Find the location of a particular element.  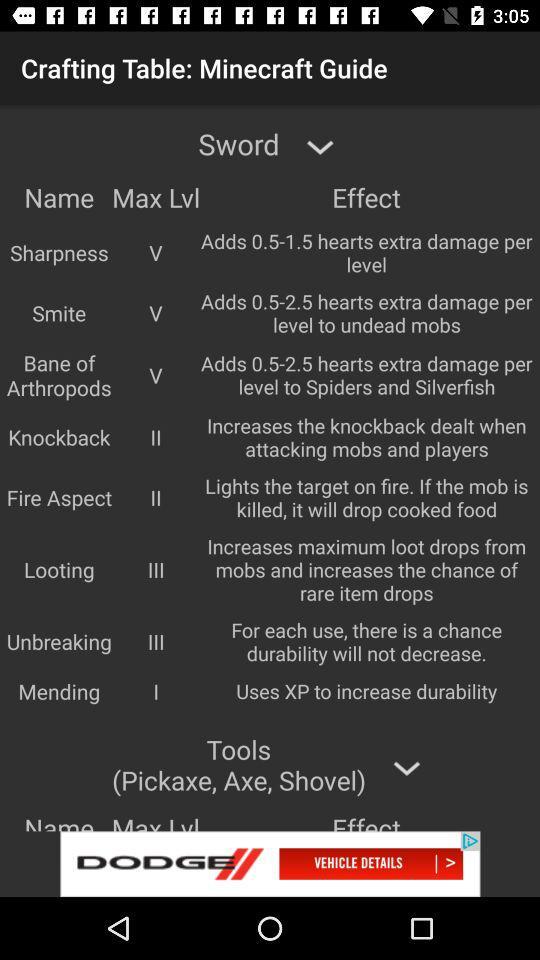

this add information is located at coordinates (270, 863).